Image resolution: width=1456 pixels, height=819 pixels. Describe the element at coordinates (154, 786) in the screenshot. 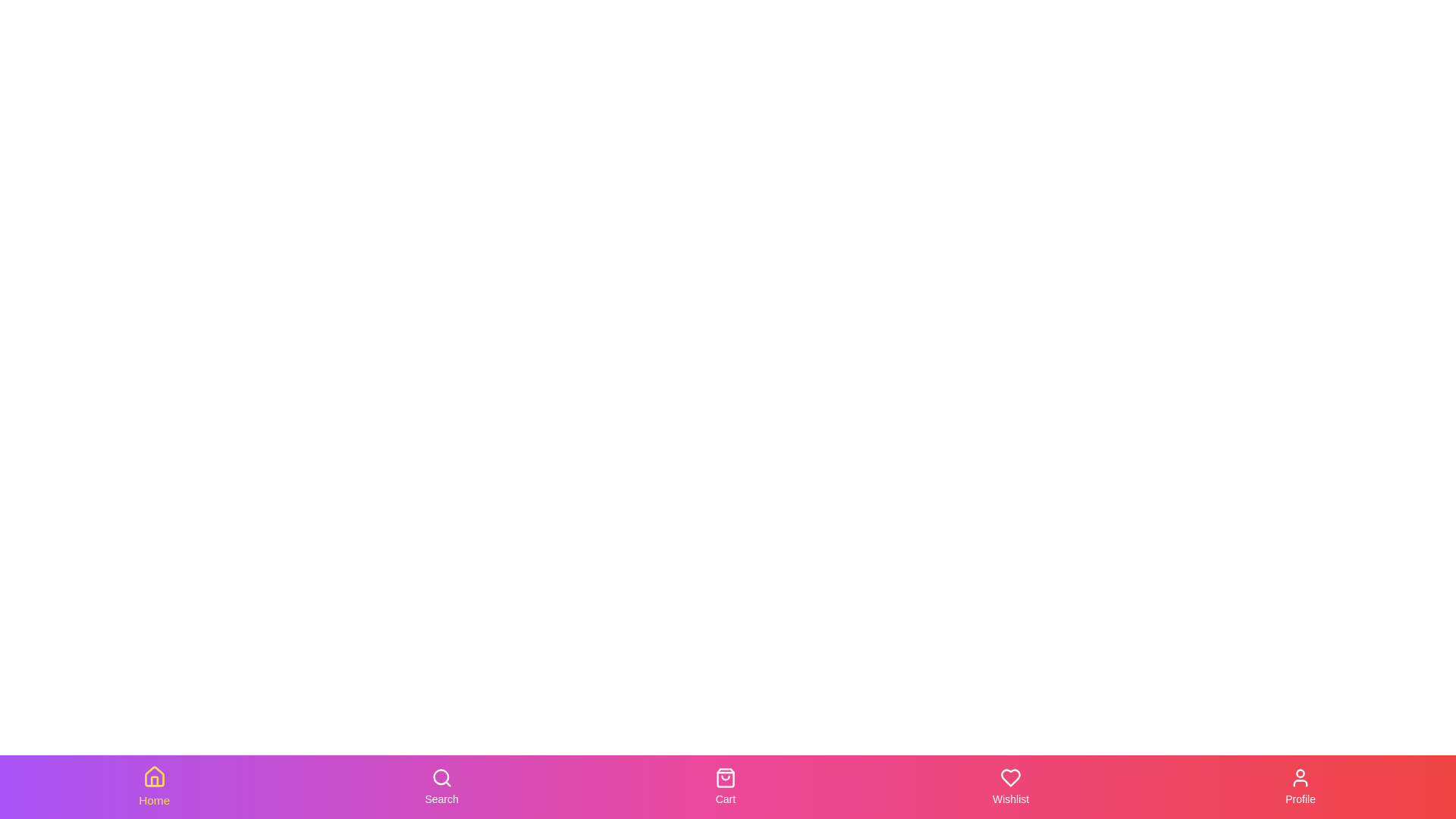

I see `the Home tab in the bottom navigation` at that location.